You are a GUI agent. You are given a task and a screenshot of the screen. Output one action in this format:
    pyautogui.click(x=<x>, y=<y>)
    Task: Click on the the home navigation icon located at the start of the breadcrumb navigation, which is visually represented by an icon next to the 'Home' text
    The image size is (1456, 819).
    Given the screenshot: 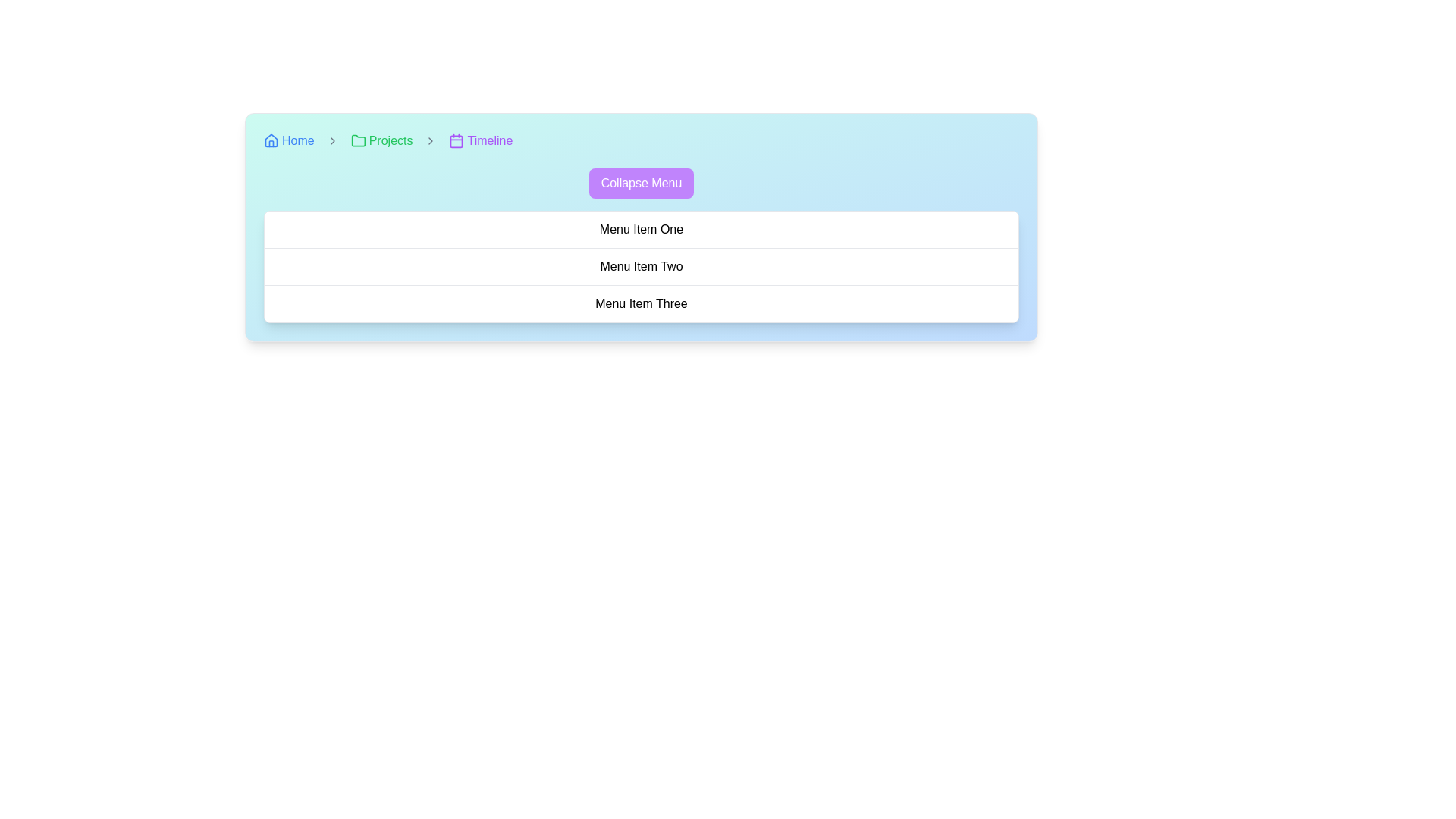 What is the action you would take?
    pyautogui.click(x=271, y=140)
    